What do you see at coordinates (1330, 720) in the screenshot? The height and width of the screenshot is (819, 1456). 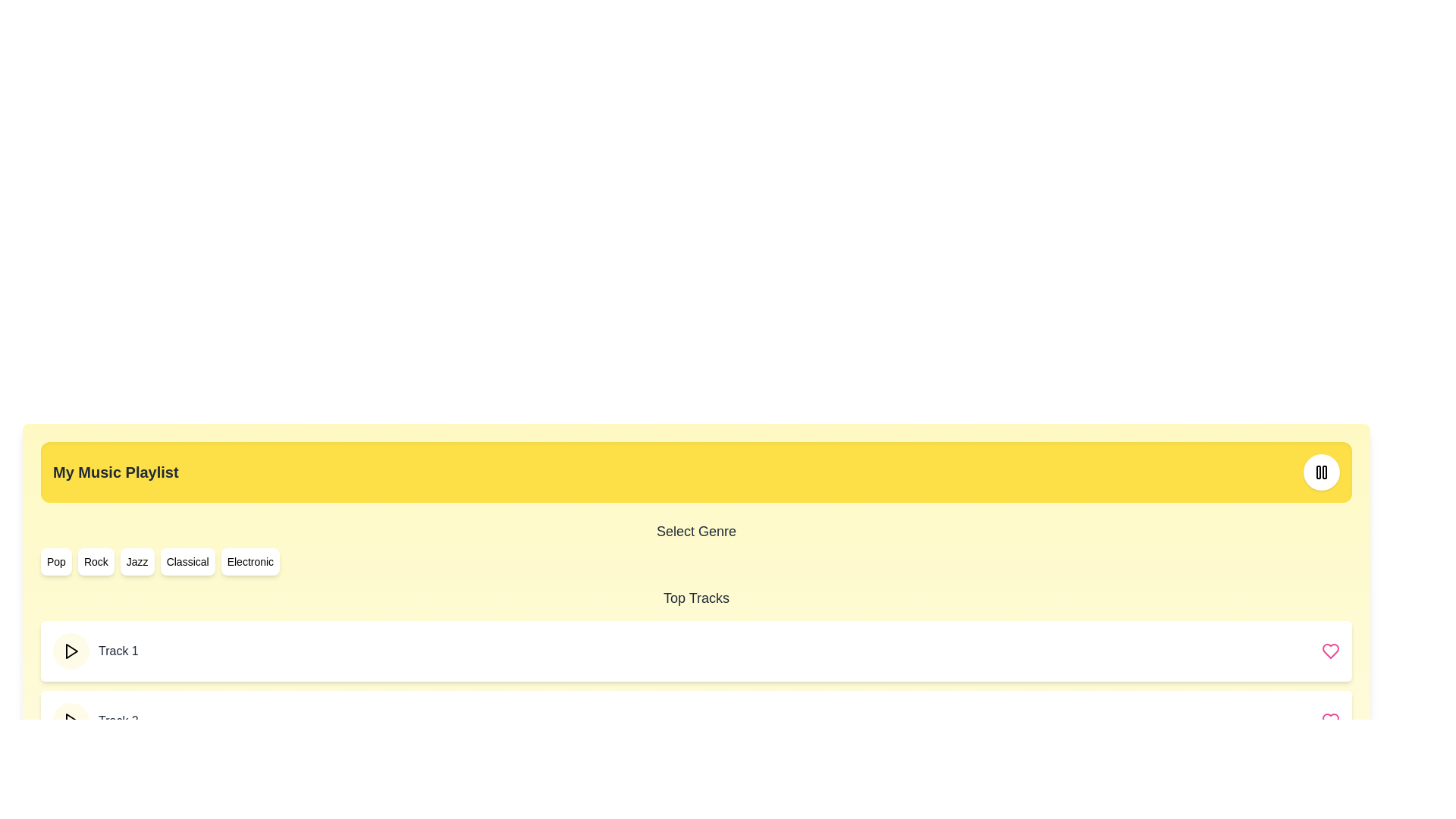 I see `the heart-shaped icon button with a pink outline located on the right side of the 'Track 2' section to favorite the track` at bounding box center [1330, 720].